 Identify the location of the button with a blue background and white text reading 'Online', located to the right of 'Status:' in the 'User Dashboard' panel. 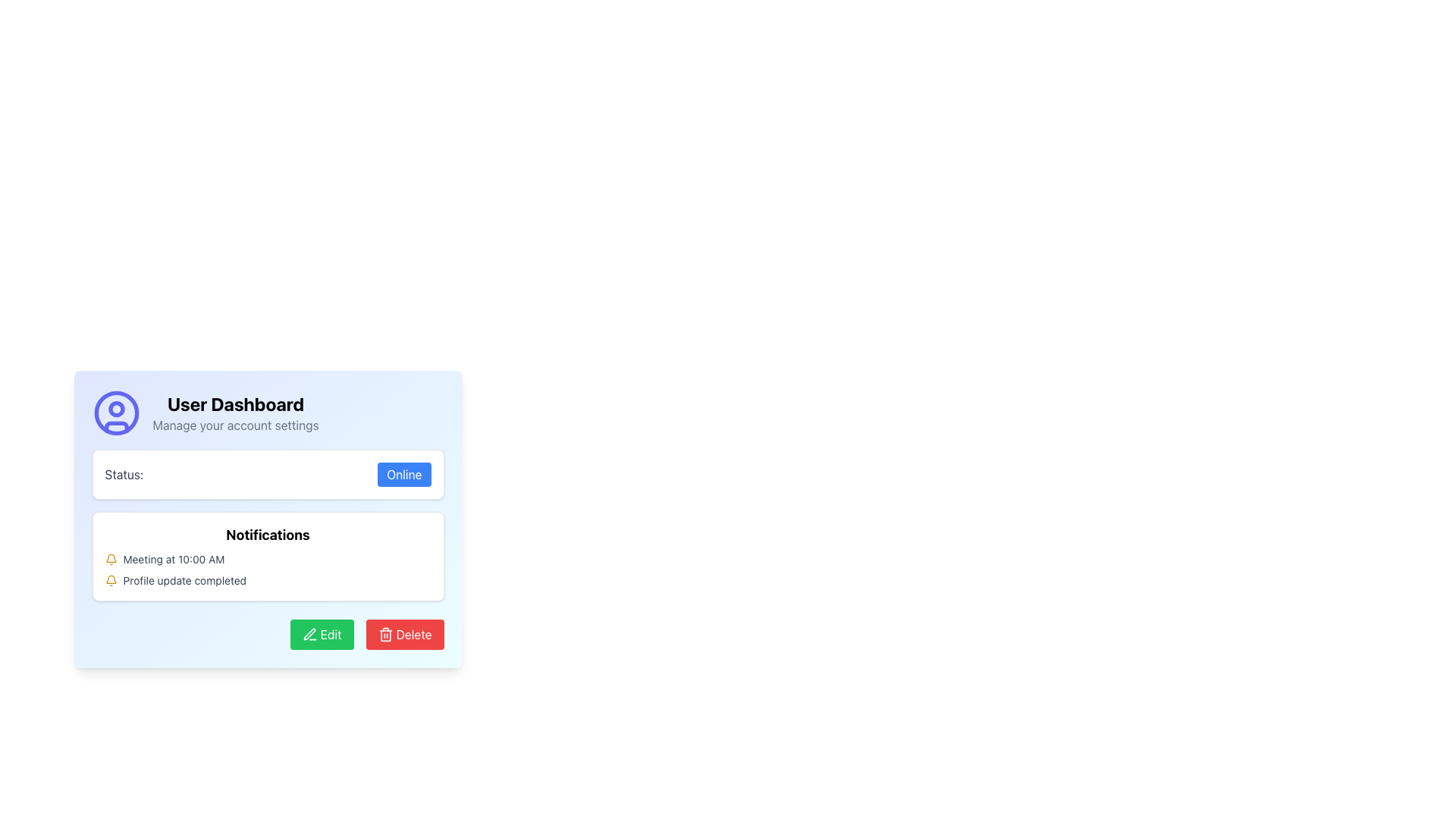
(404, 473).